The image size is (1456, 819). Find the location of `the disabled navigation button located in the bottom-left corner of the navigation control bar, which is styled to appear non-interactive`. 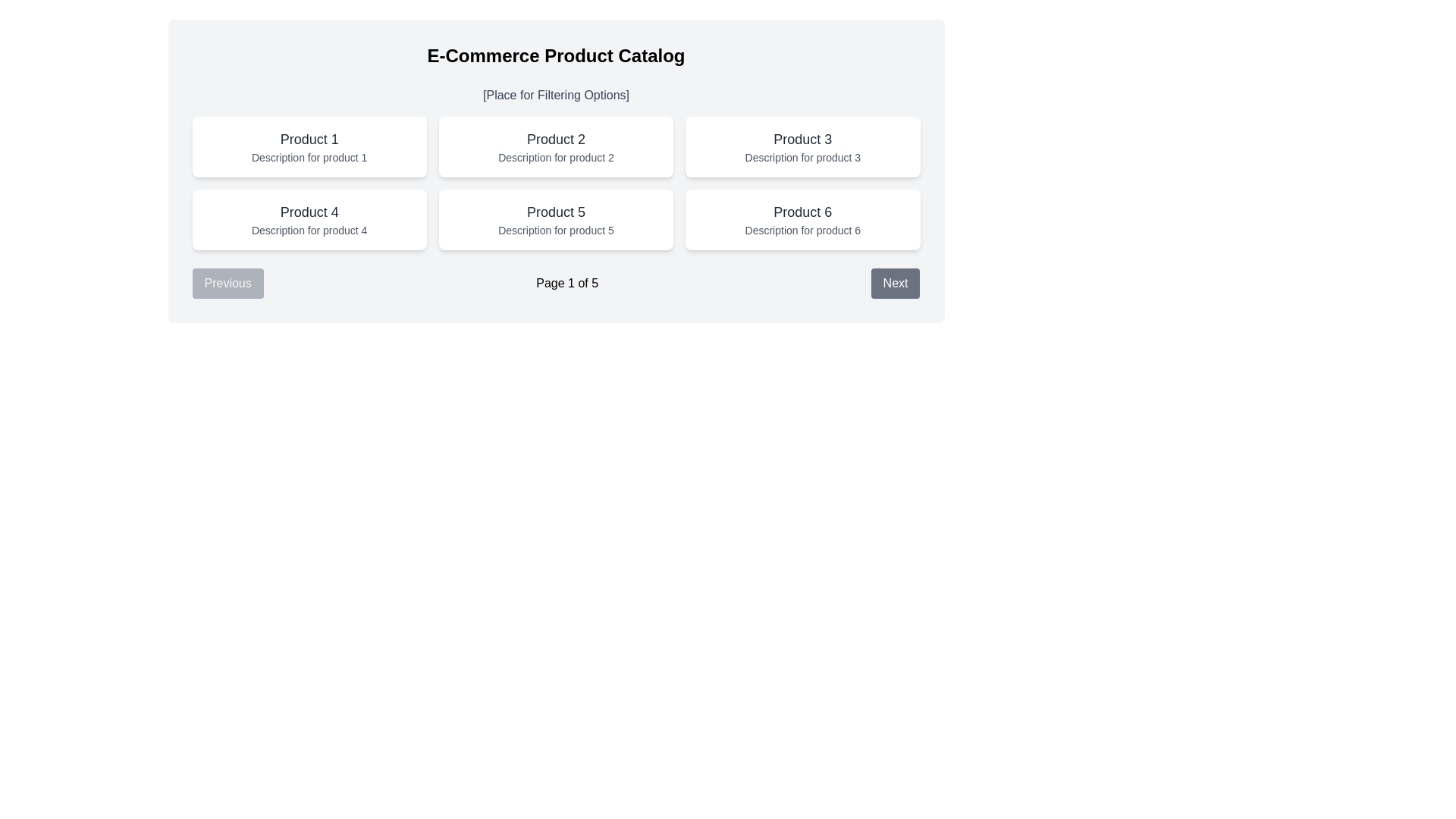

the disabled navigation button located in the bottom-left corner of the navigation control bar, which is styled to appear non-interactive is located at coordinates (227, 284).